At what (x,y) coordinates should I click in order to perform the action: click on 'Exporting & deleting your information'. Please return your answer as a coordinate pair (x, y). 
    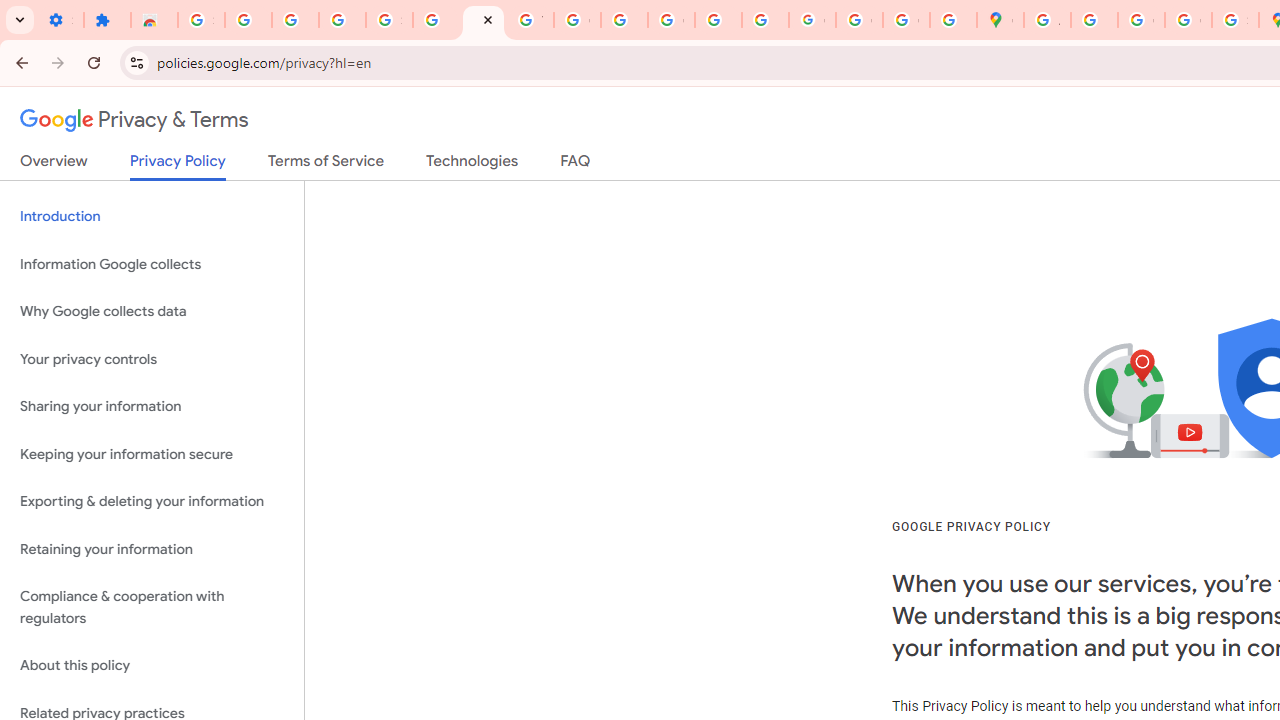
    Looking at the image, I should click on (151, 501).